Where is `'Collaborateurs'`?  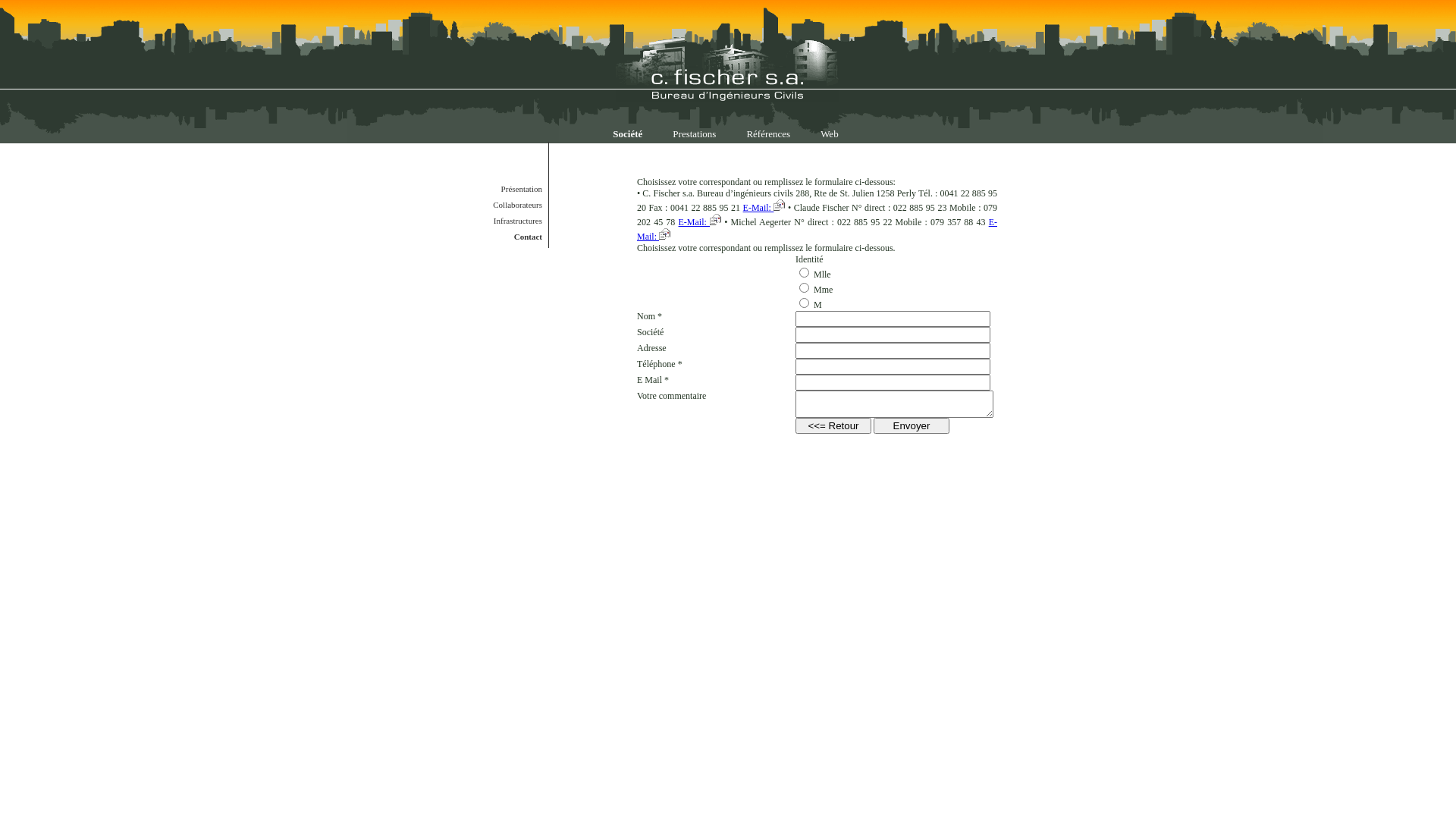 'Collaborateurs' is located at coordinates (500, 205).